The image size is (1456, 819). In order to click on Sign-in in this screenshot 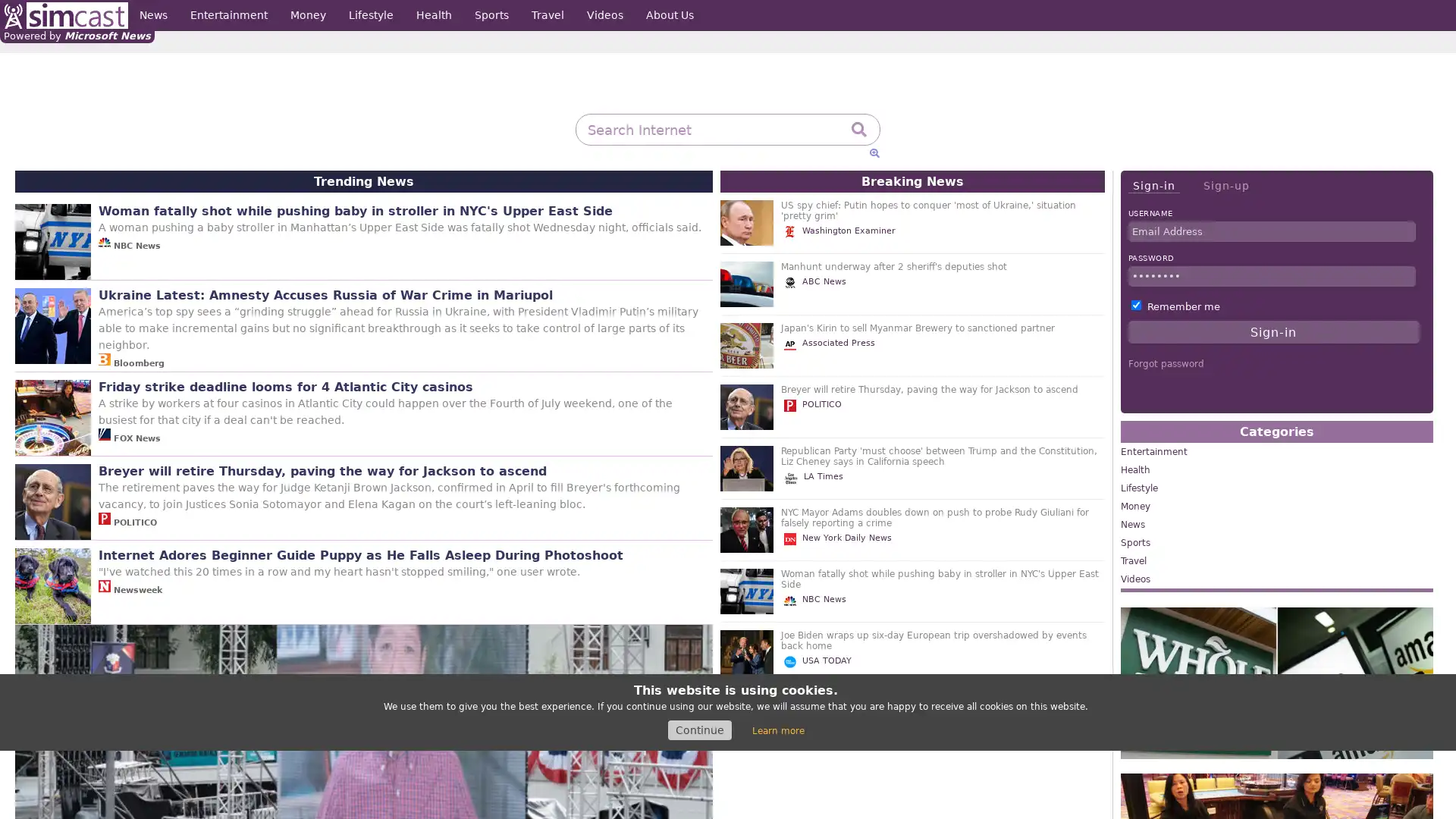, I will do `click(1273, 331)`.